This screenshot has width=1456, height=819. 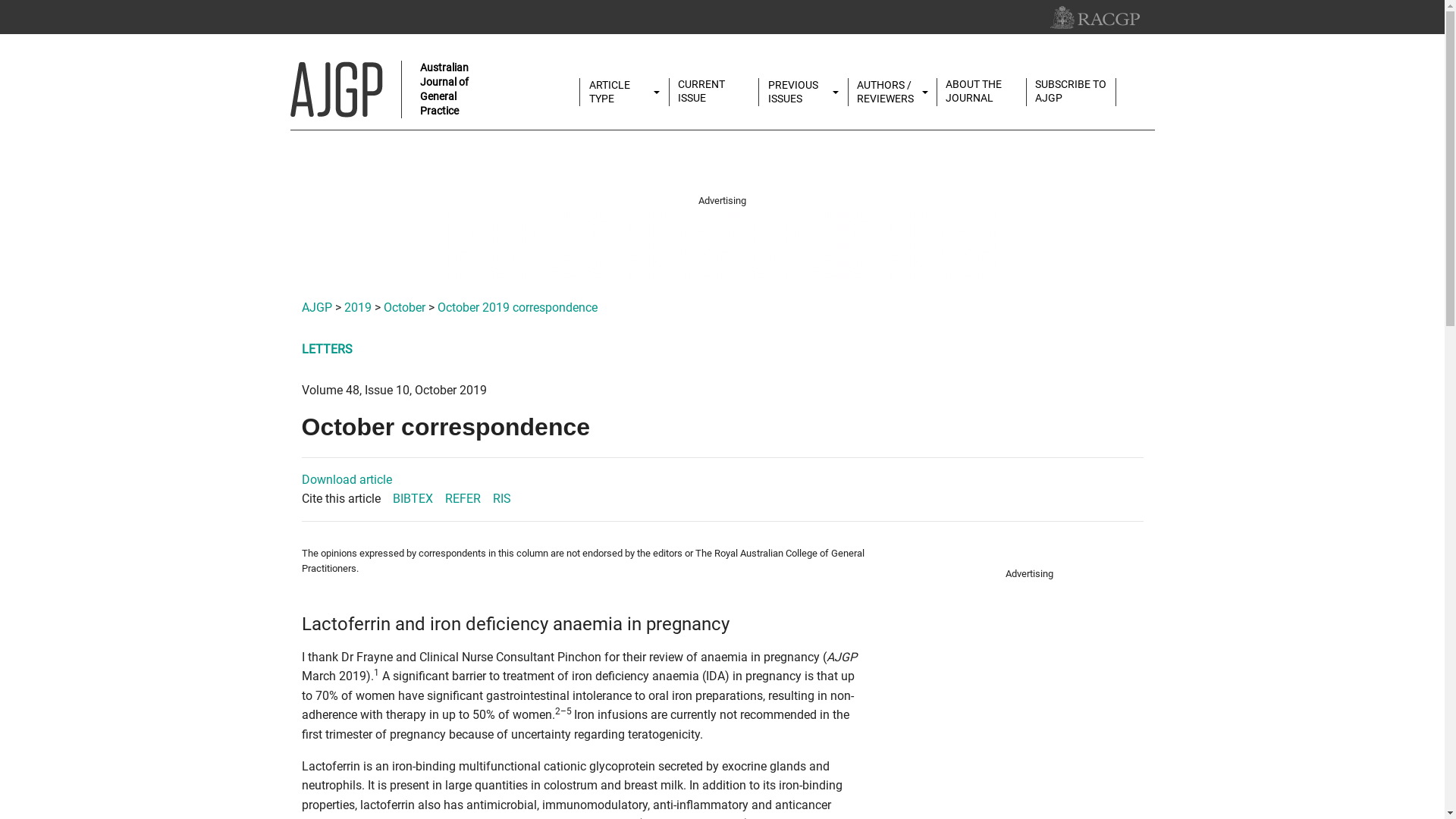 What do you see at coordinates (847, 92) in the screenshot?
I see `'AUTHORS / REVIEWERS'` at bounding box center [847, 92].